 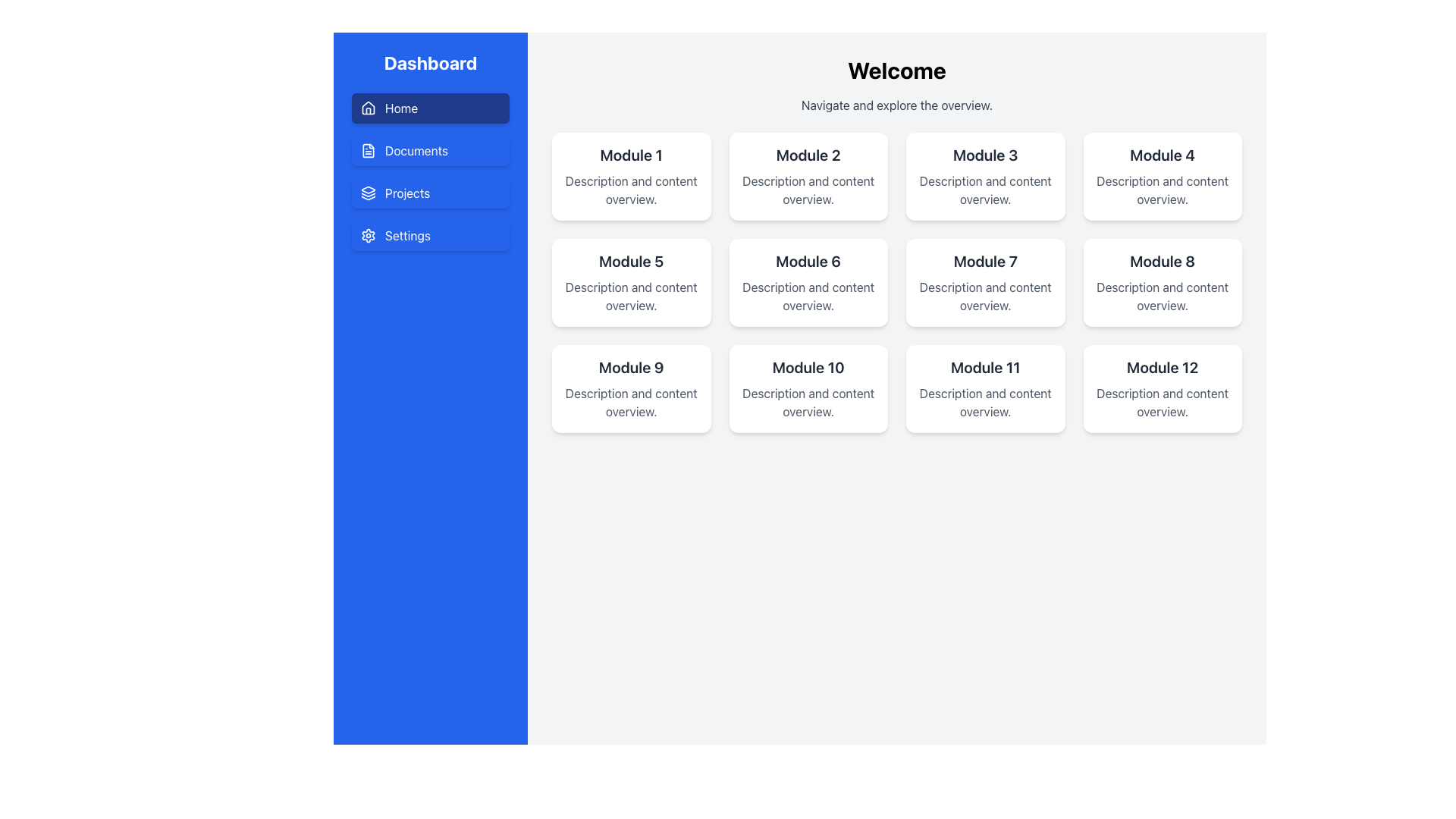 I want to click on the Text Label representing the title of 'Module 6', which is located in the second card of the second row in a 4x3 grid layout, so click(x=808, y=260).